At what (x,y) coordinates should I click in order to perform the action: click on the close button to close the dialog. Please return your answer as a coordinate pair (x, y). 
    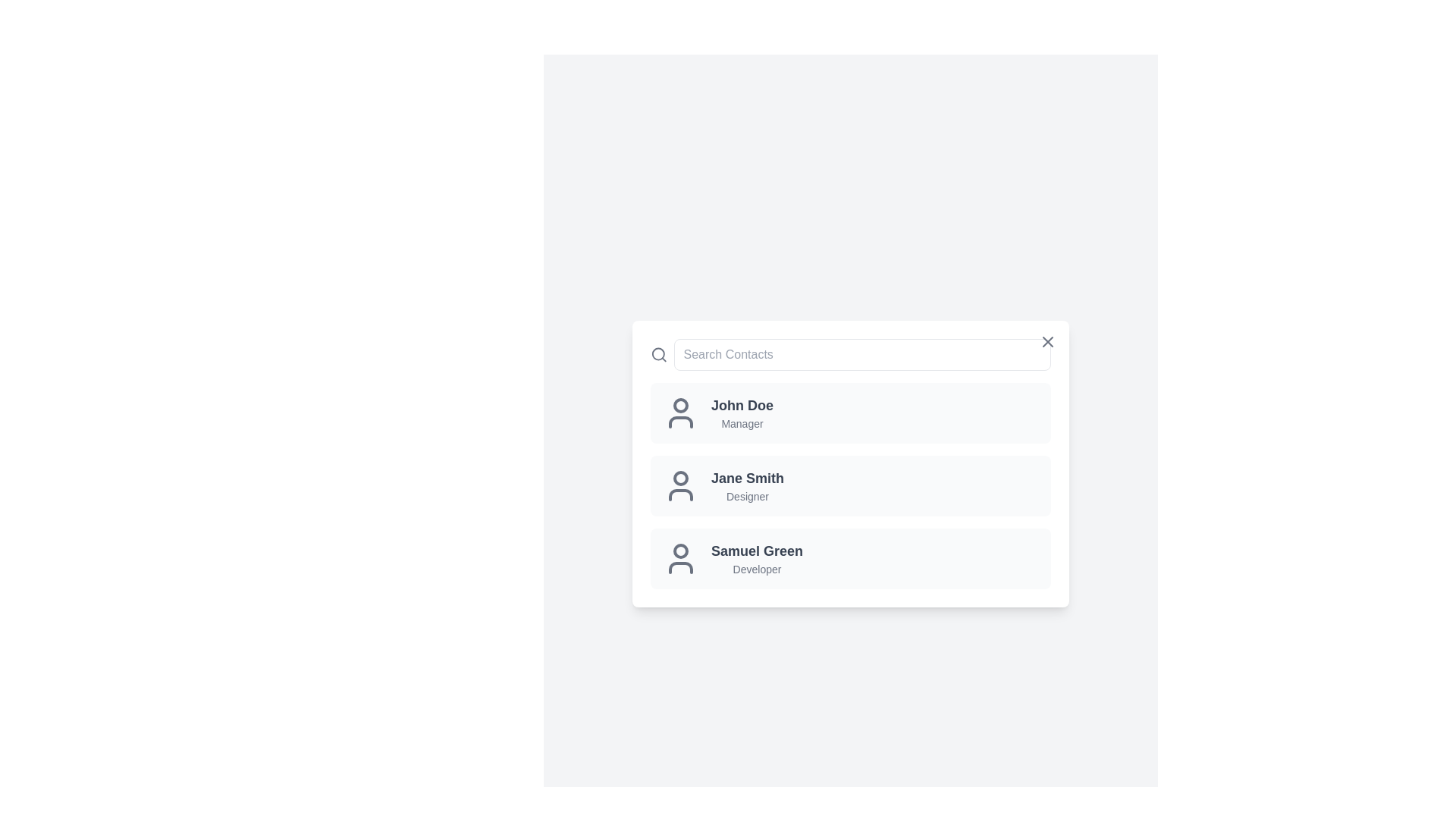
    Looking at the image, I should click on (1047, 342).